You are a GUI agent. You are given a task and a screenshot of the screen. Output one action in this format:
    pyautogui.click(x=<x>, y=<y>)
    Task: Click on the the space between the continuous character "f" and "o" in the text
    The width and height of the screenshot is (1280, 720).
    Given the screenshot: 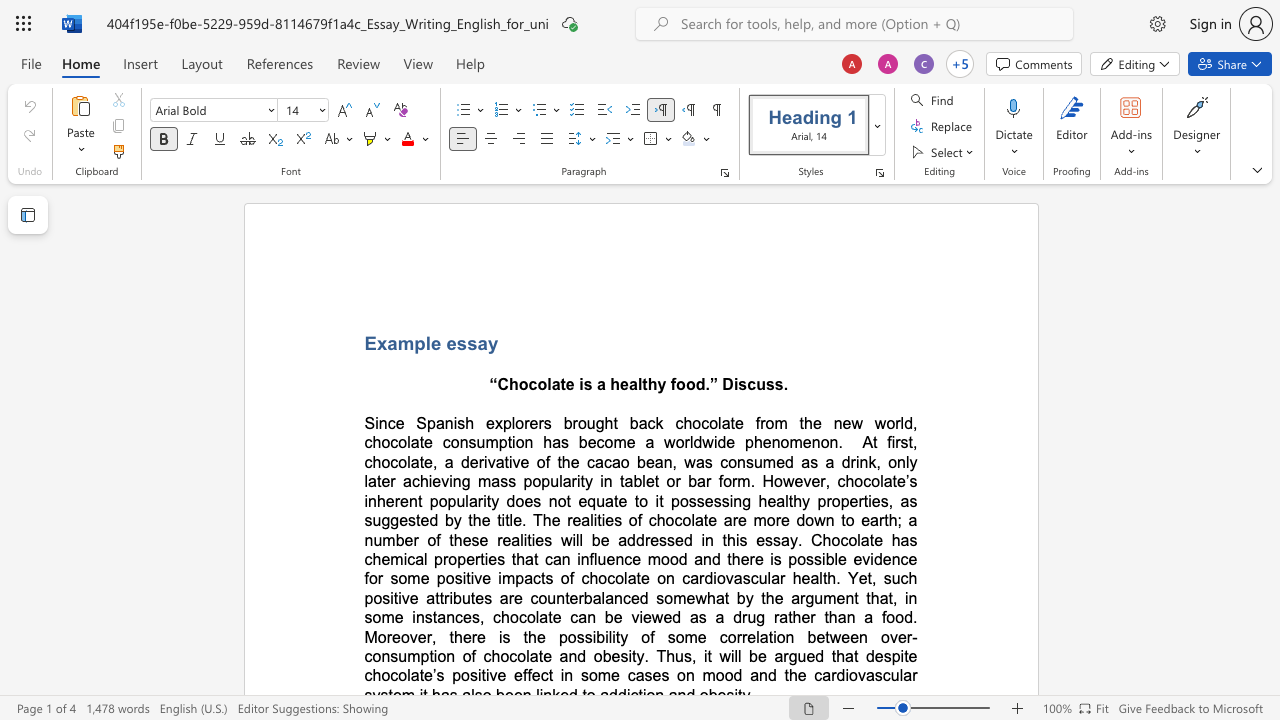 What is the action you would take?
    pyautogui.click(x=677, y=384)
    